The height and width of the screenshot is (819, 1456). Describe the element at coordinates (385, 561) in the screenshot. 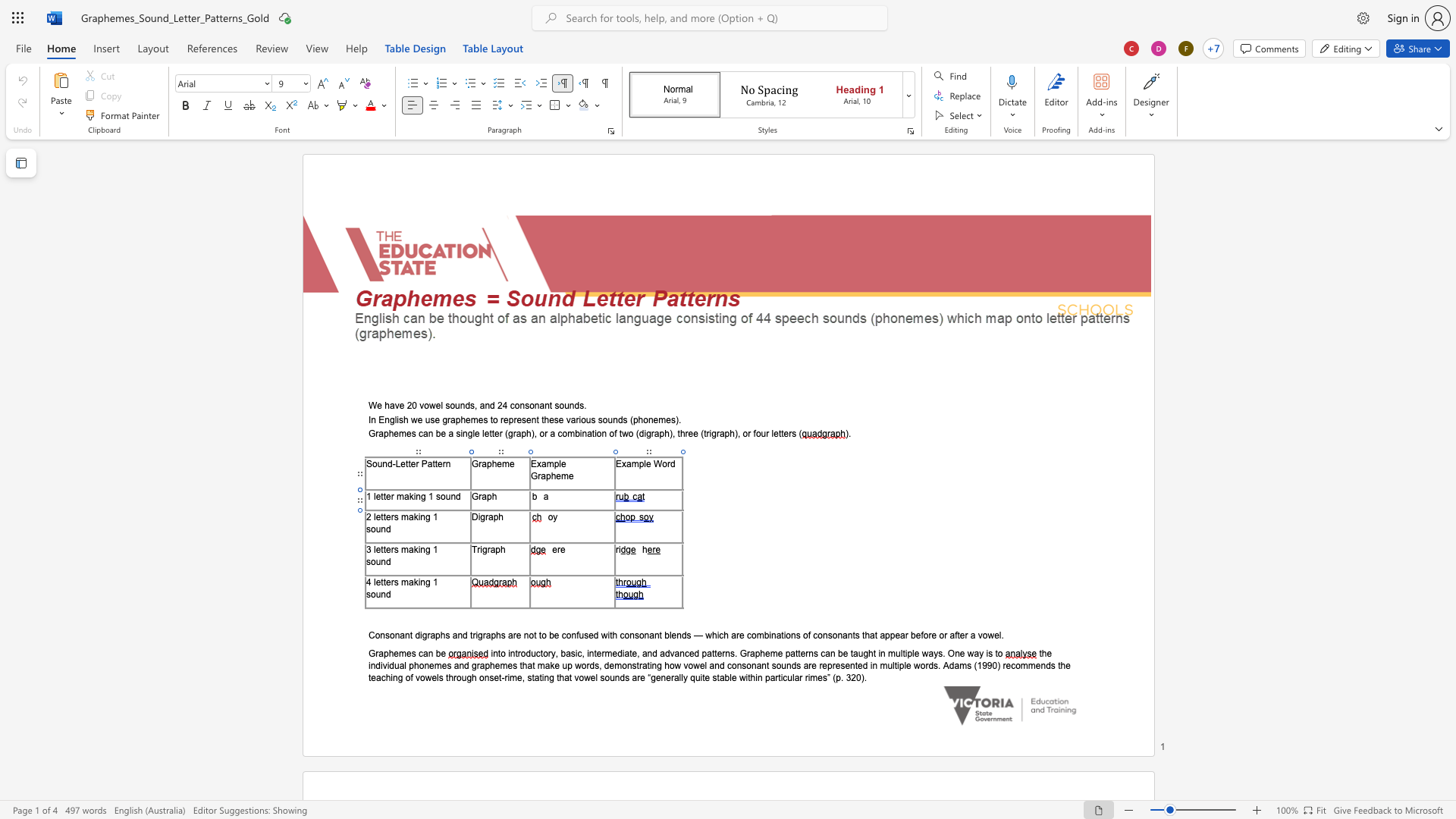

I see `the space between the continuous character "n" and "d" in the text` at that location.